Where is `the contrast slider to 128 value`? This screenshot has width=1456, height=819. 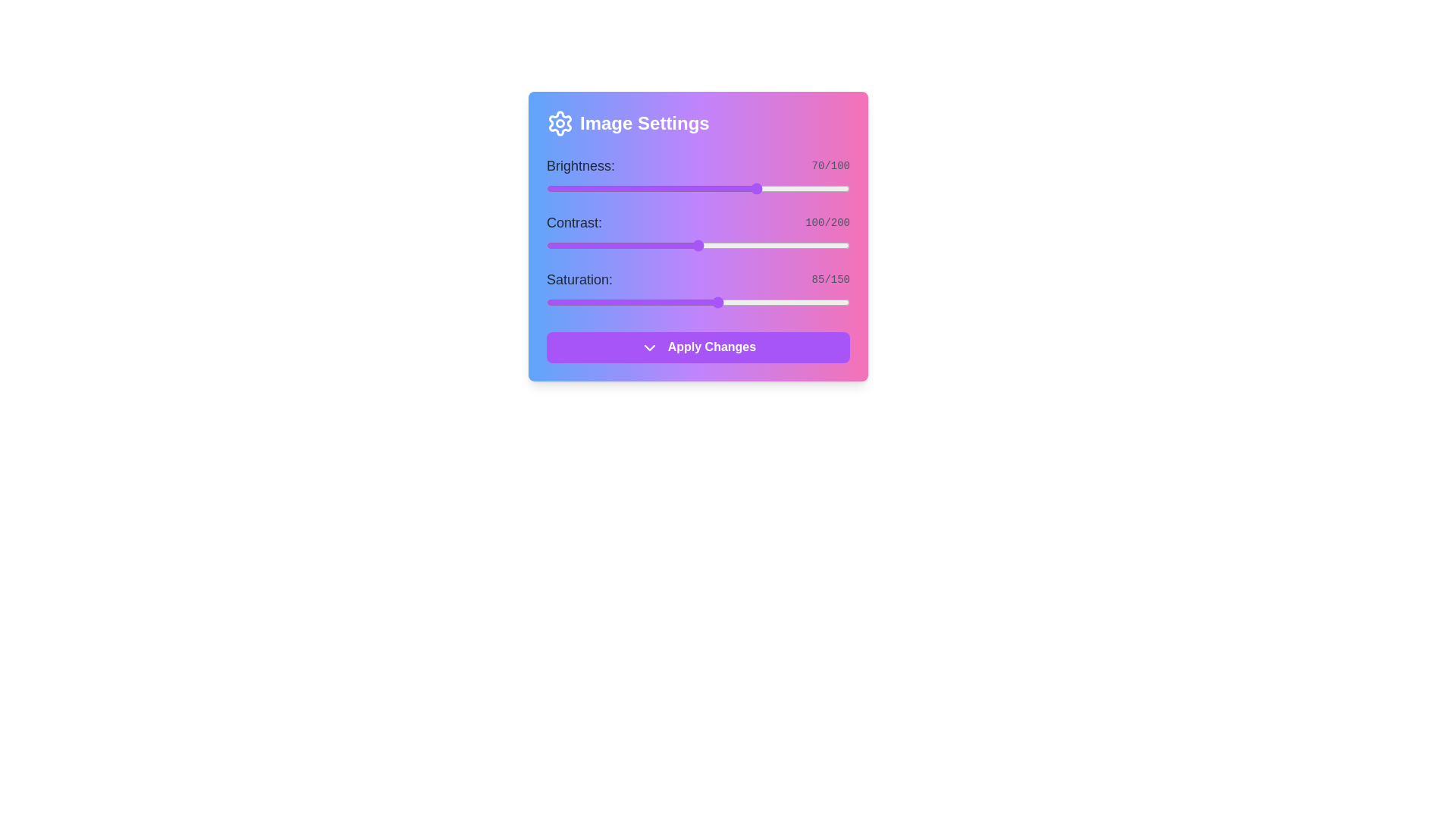 the contrast slider to 128 value is located at coordinates (741, 245).